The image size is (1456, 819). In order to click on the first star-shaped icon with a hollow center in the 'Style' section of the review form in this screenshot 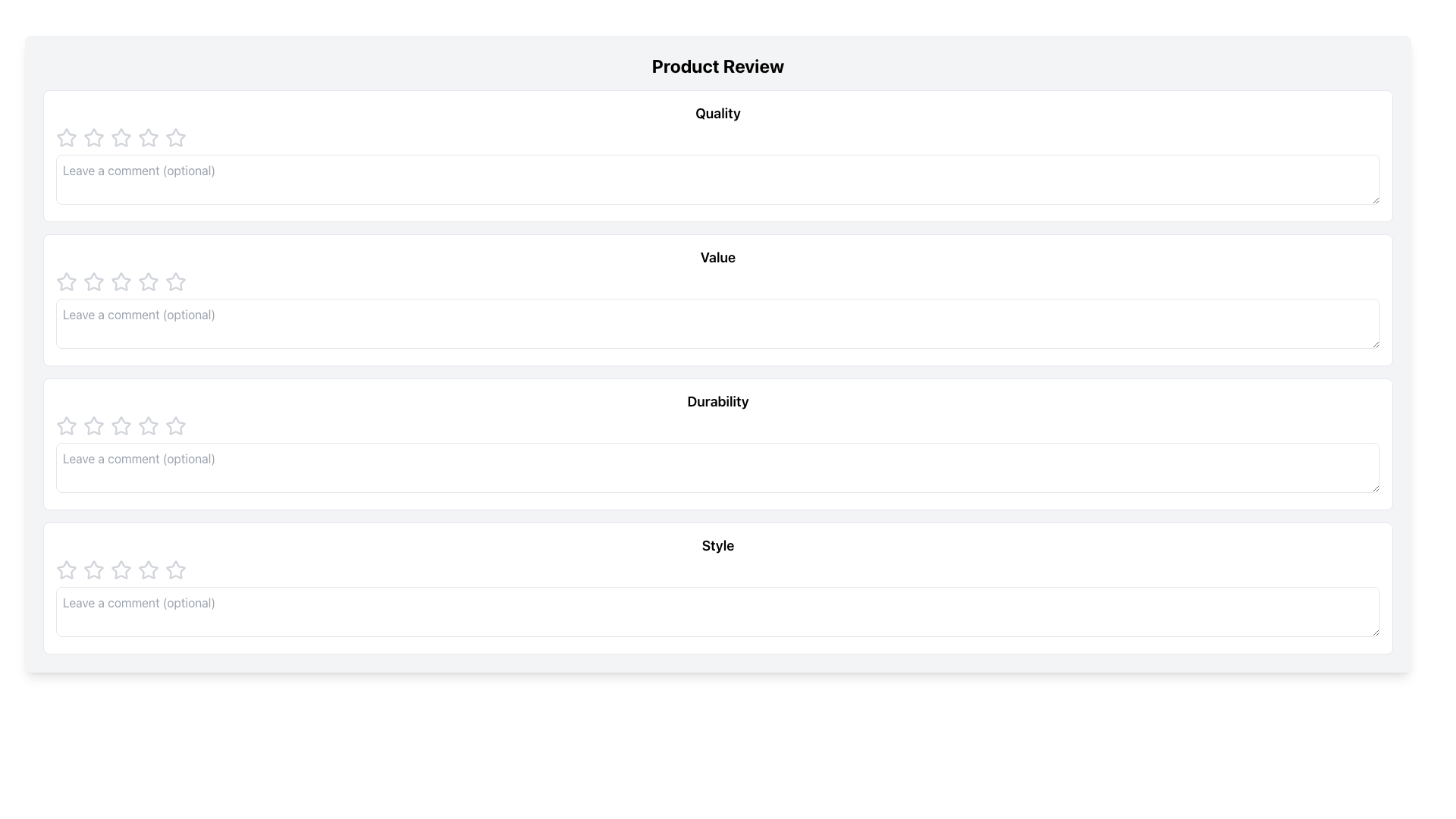, I will do `click(93, 570)`.